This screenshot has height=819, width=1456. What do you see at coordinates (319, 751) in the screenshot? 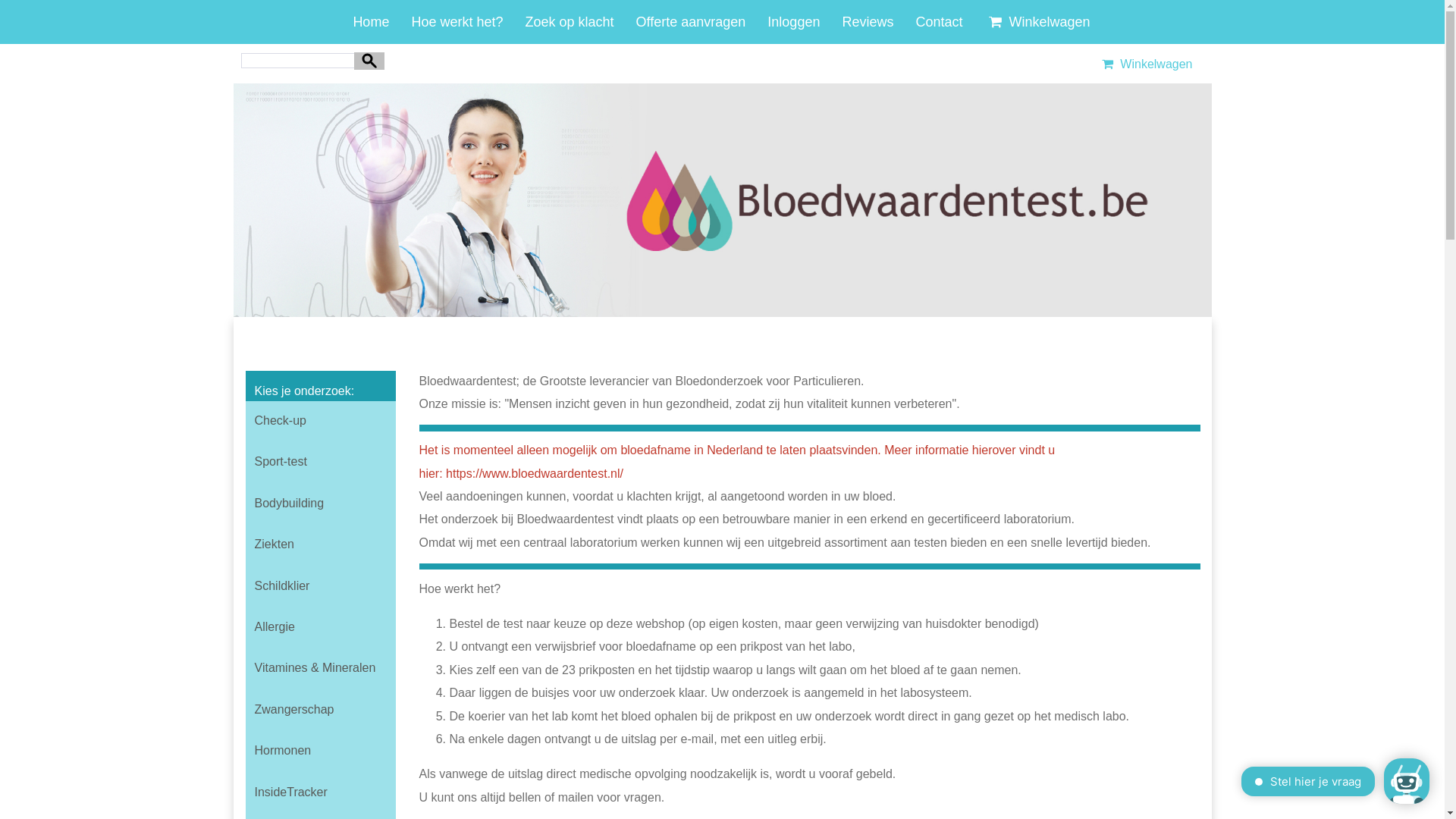
I see `'Hormonen'` at bounding box center [319, 751].